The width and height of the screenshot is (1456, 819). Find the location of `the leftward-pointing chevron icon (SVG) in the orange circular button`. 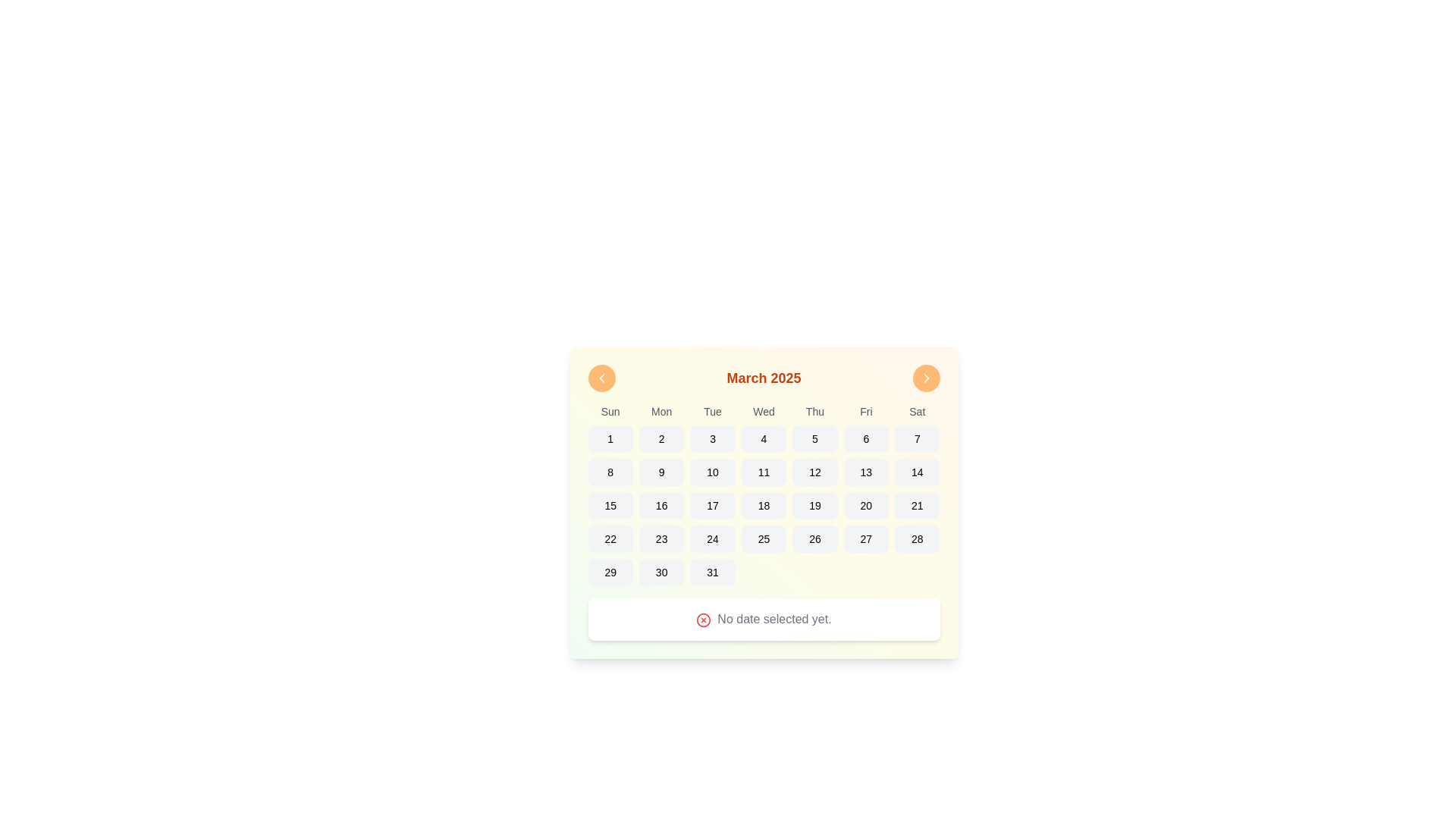

the leftward-pointing chevron icon (SVG) in the orange circular button is located at coordinates (601, 377).